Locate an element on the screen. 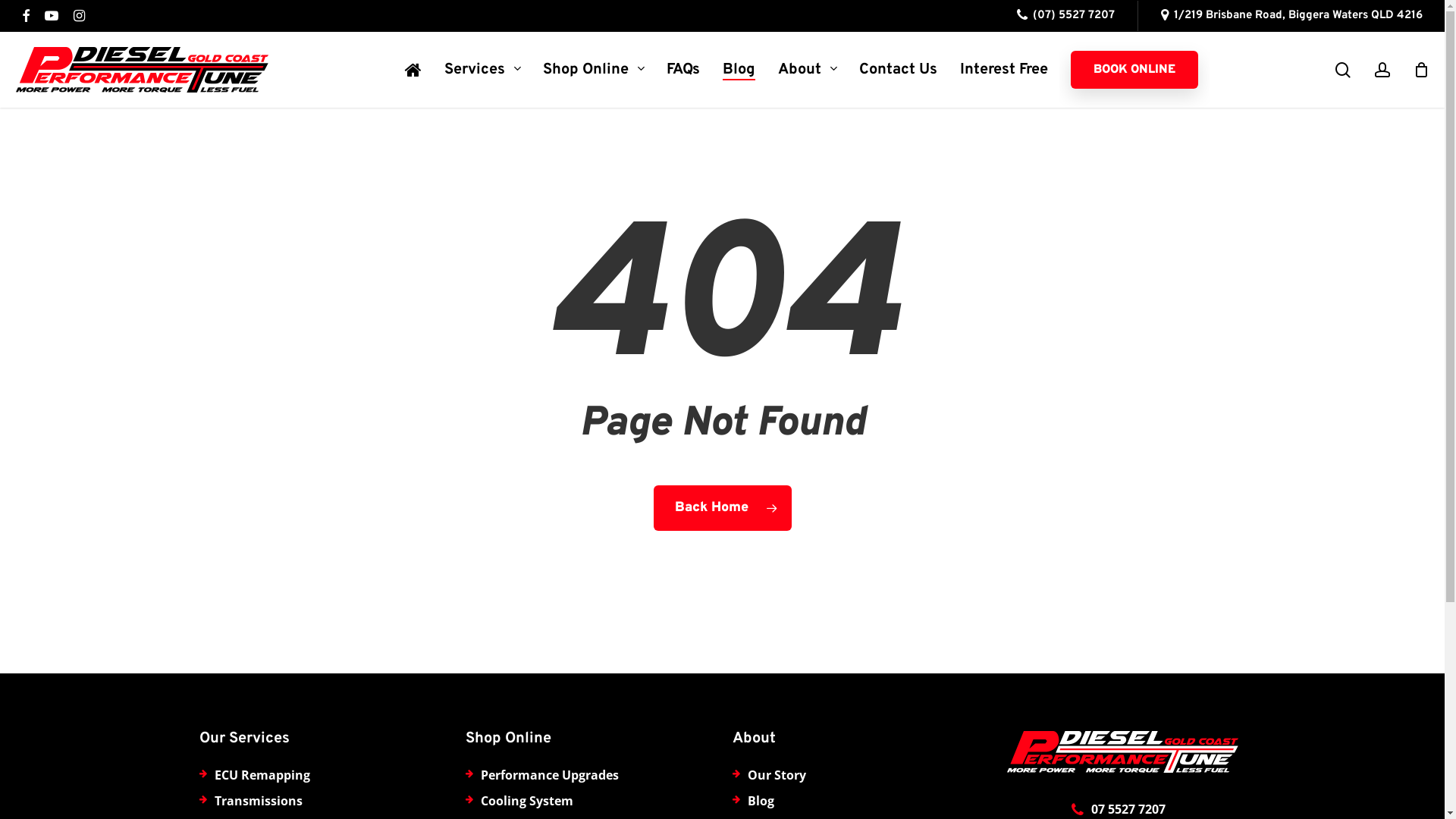  'youtube' is located at coordinates (51, 15).